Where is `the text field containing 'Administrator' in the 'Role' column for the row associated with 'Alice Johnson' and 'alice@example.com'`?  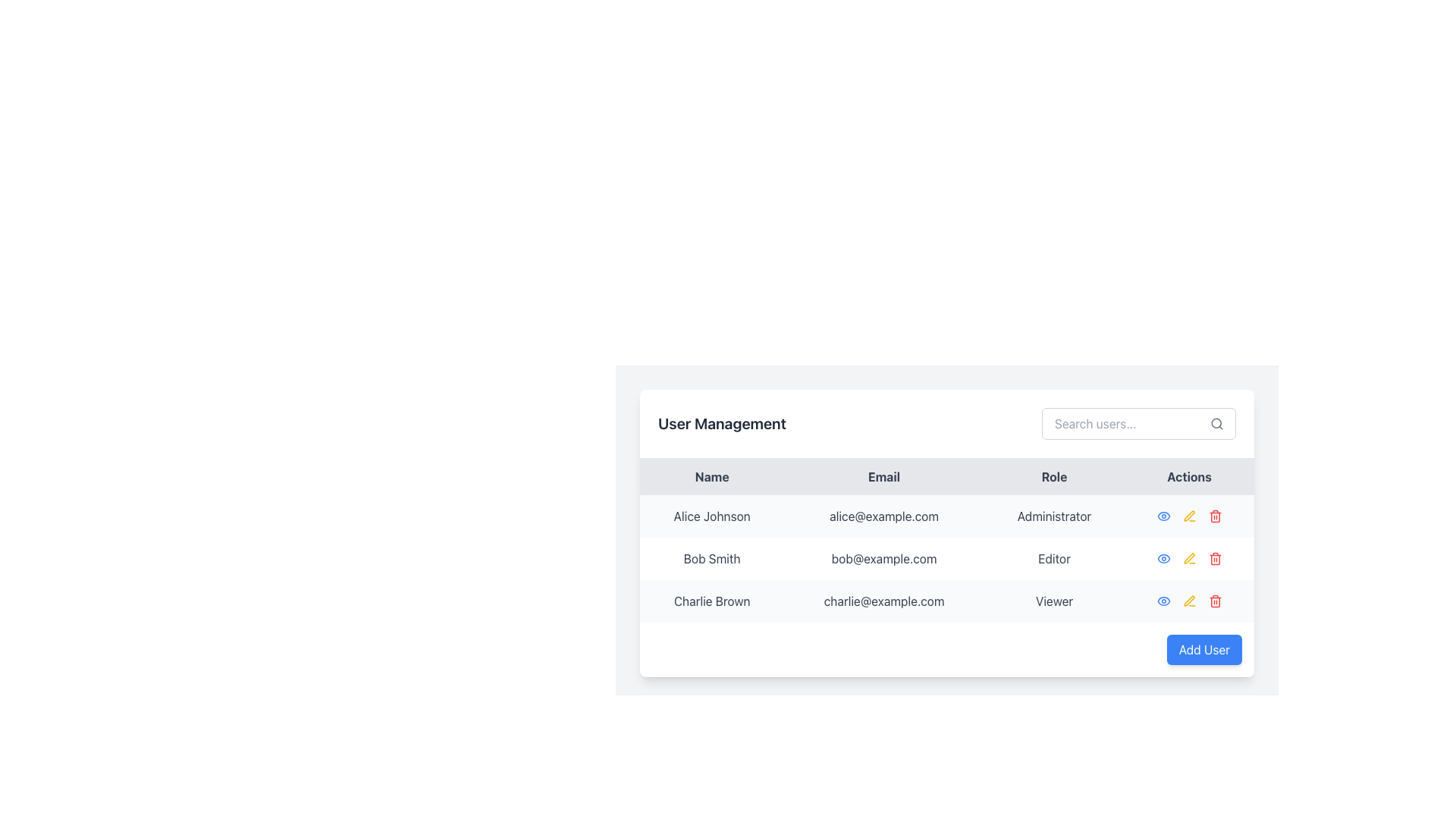 the text field containing 'Administrator' in the 'Role' column for the row associated with 'Alice Johnson' and 'alice@example.com' is located at coordinates (1053, 516).